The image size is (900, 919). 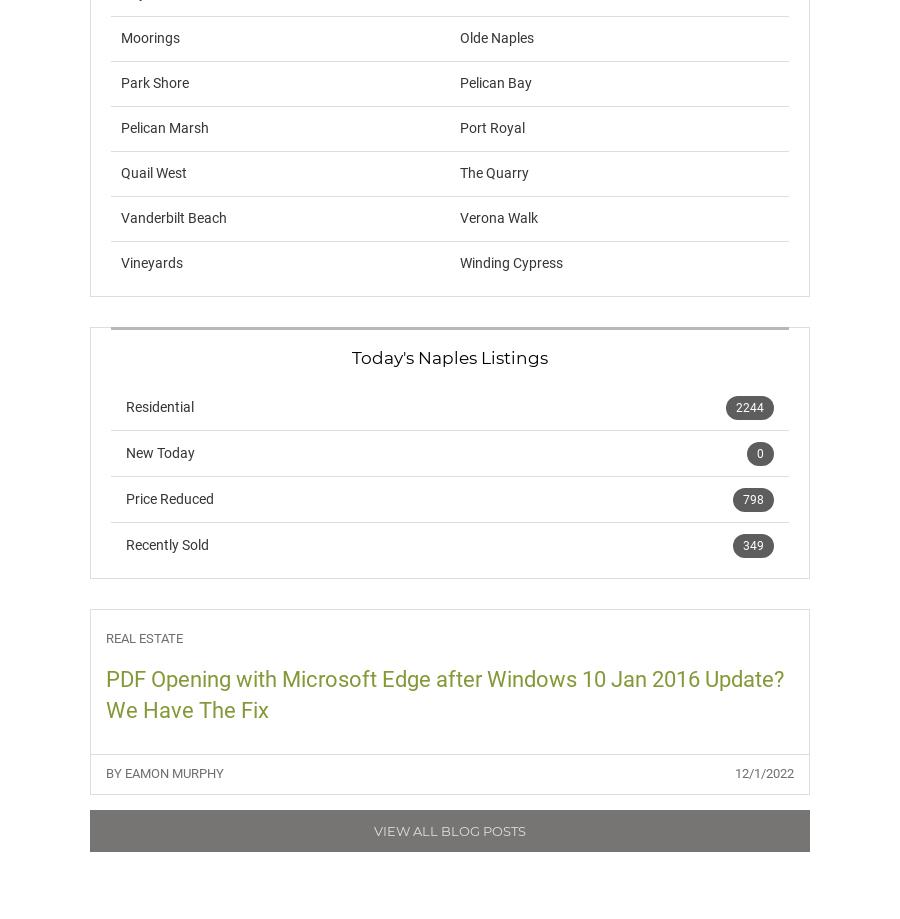 I want to click on 'Today's Naples Listings', so click(x=450, y=357).